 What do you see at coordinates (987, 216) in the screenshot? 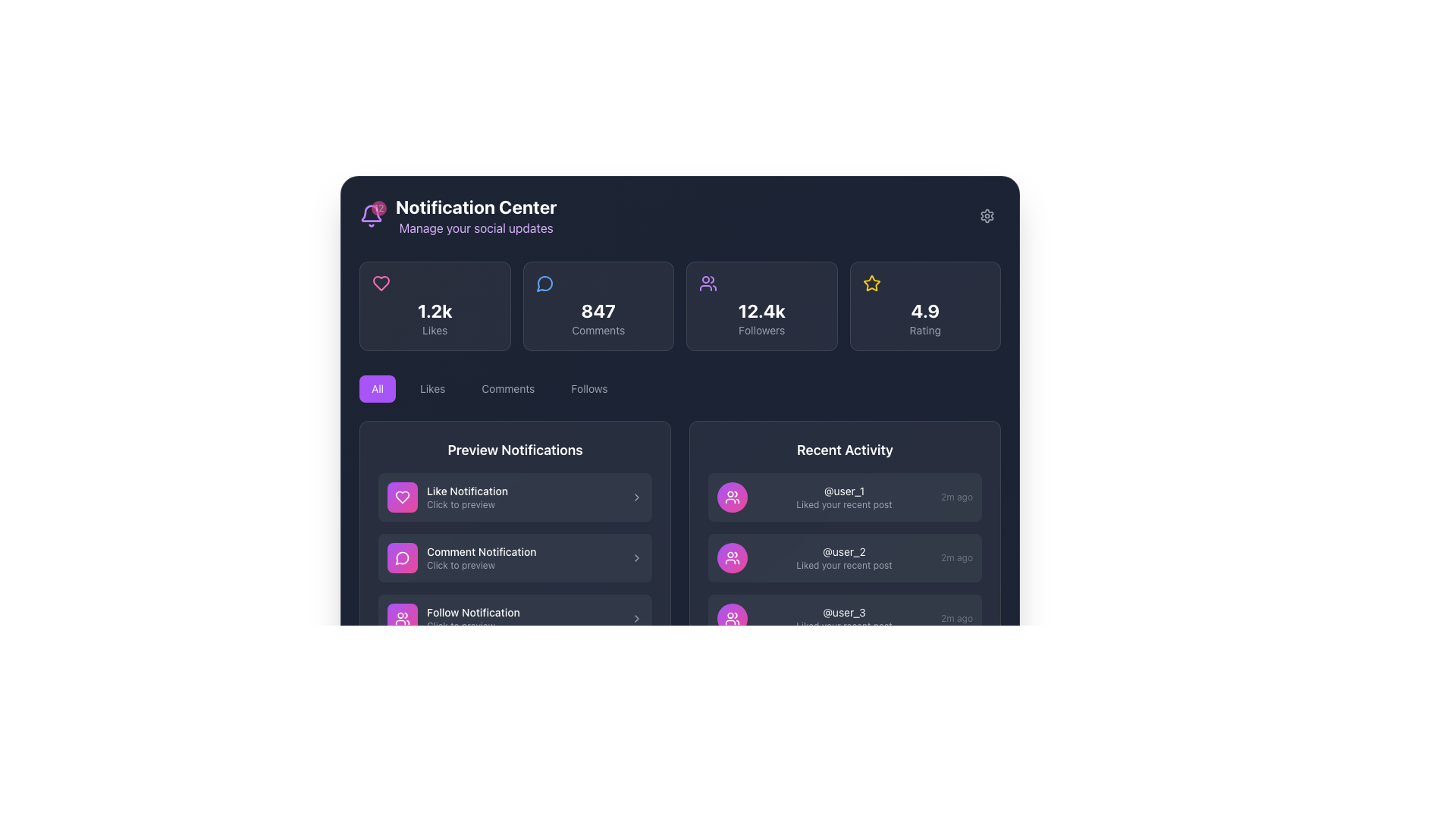
I see `the cogwheel icon in the top-right corner of the interface` at bounding box center [987, 216].